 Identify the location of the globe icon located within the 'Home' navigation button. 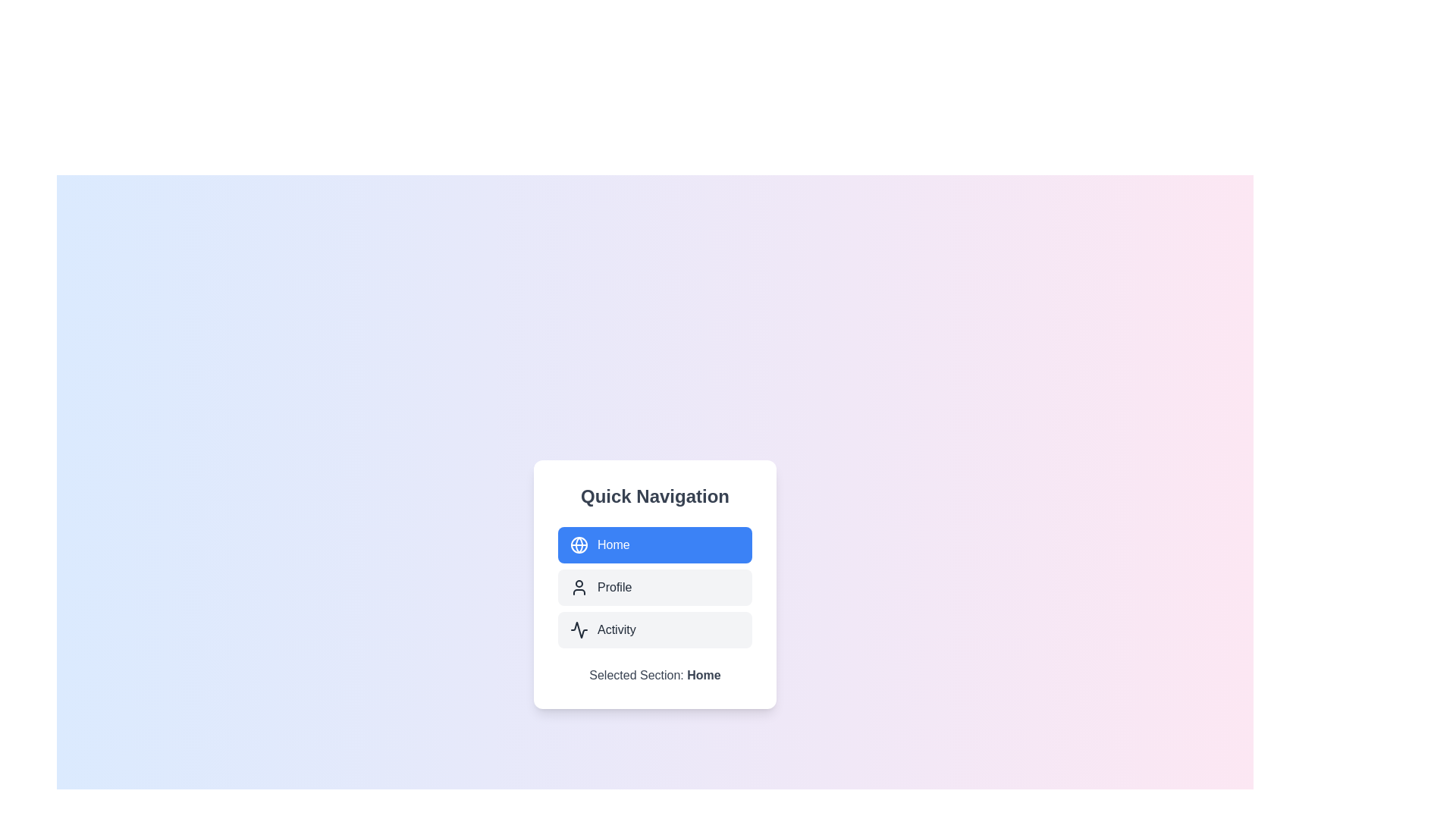
(578, 544).